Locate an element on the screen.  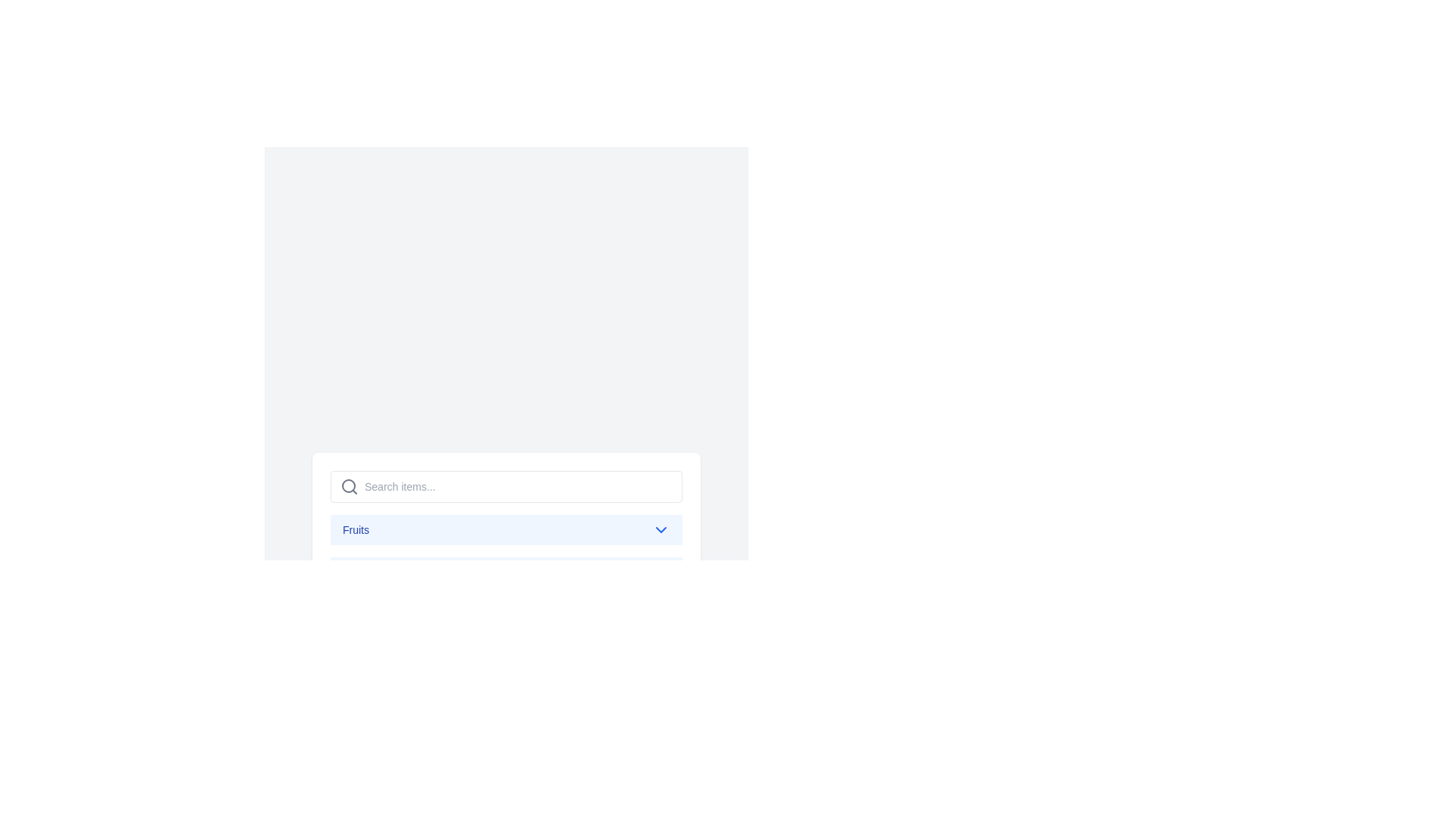
the inner circular part of the magnifying glass in the search icon, which is located at the far left of the search bar is located at coordinates (348, 485).